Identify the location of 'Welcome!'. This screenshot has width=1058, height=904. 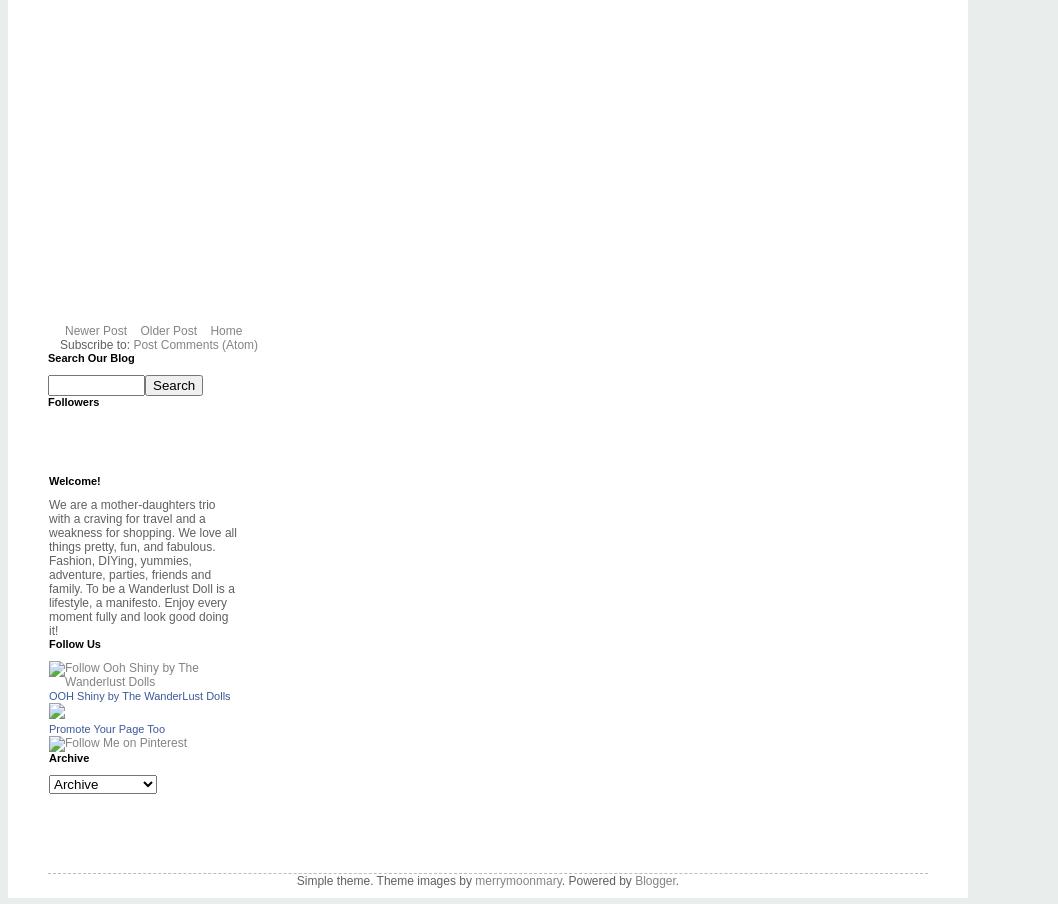
(74, 479).